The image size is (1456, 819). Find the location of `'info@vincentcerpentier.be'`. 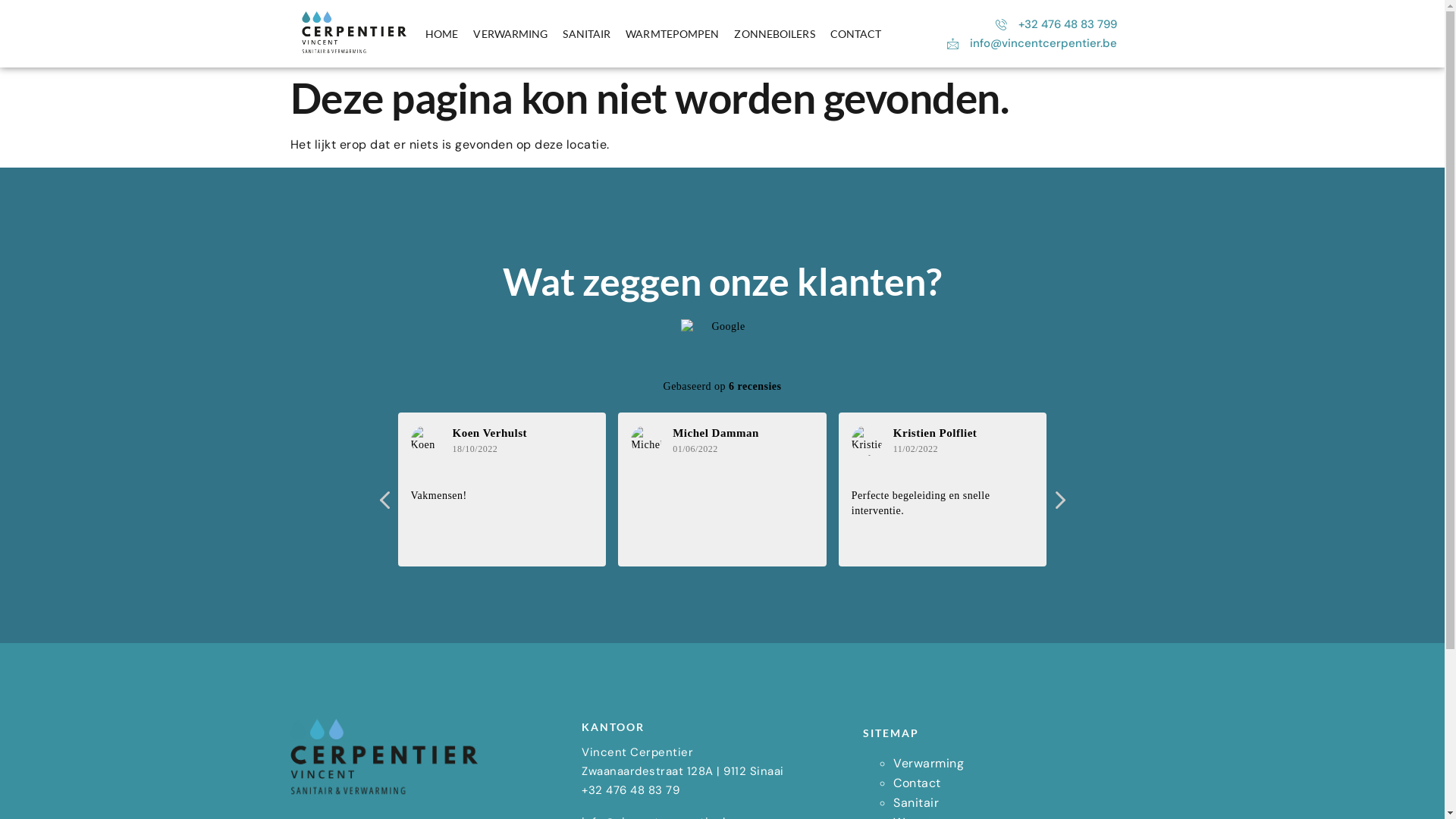

'info@vincentcerpentier.be' is located at coordinates (1030, 42).